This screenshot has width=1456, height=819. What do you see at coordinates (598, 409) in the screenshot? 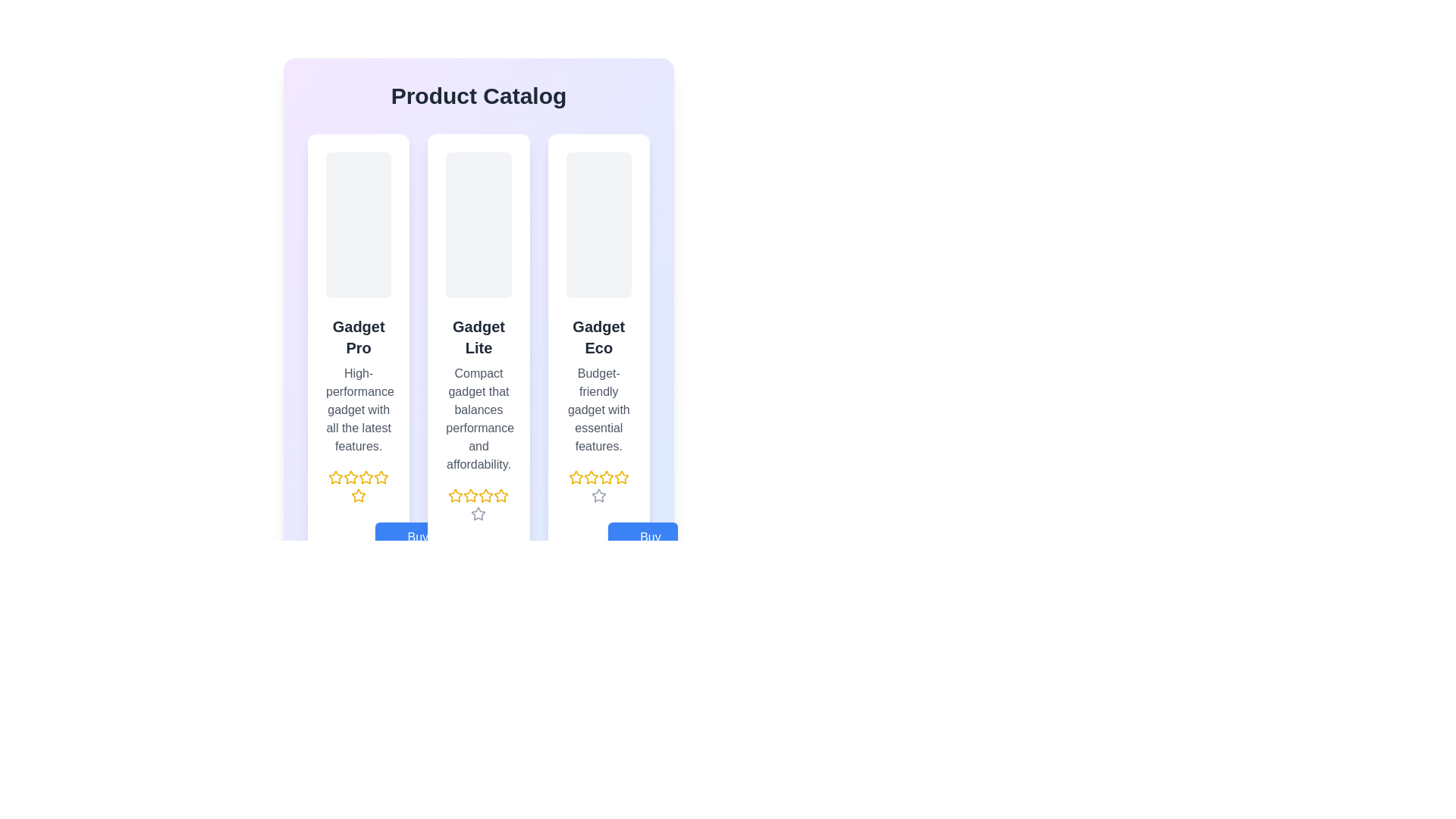
I see `the Text Label providing details about the product's features, located below the title 'Gadget Eco' in the third product card from the left in the product grid` at bounding box center [598, 409].